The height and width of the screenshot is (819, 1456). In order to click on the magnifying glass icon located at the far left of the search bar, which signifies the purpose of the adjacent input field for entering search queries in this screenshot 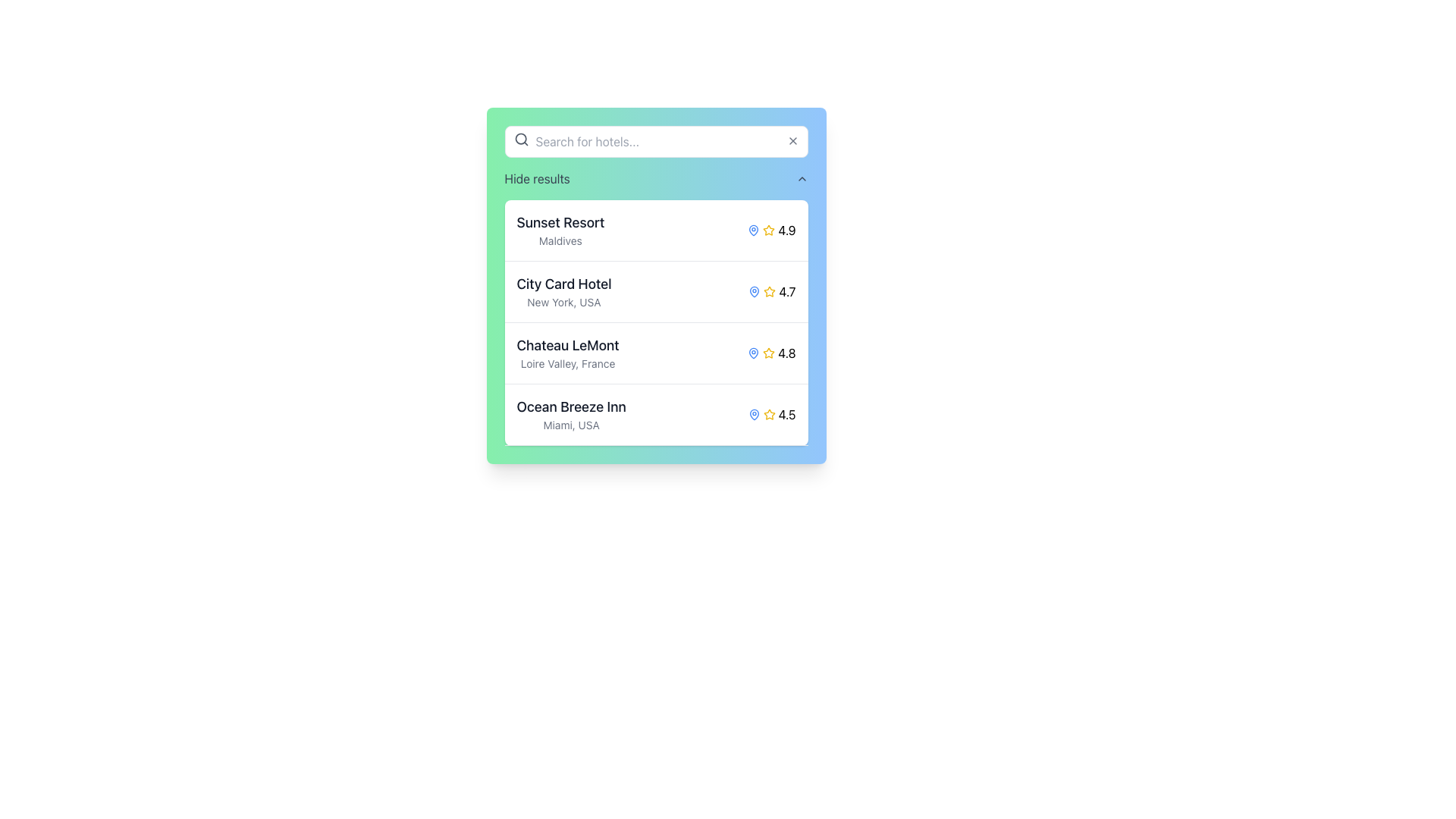, I will do `click(521, 140)`.